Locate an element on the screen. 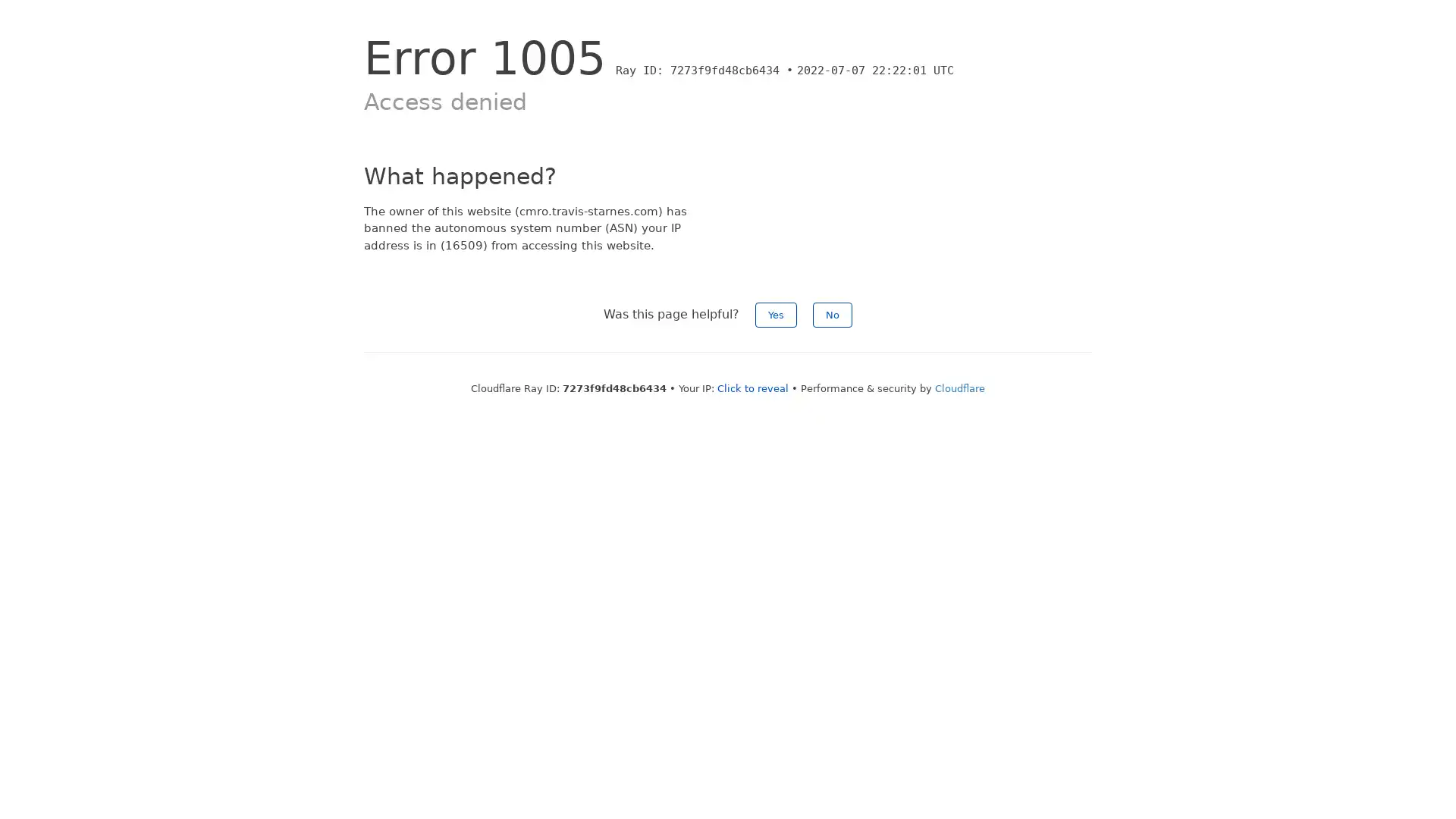 This screenshot has width=1456, height=819. Yes is located at coordinates (776, 314).